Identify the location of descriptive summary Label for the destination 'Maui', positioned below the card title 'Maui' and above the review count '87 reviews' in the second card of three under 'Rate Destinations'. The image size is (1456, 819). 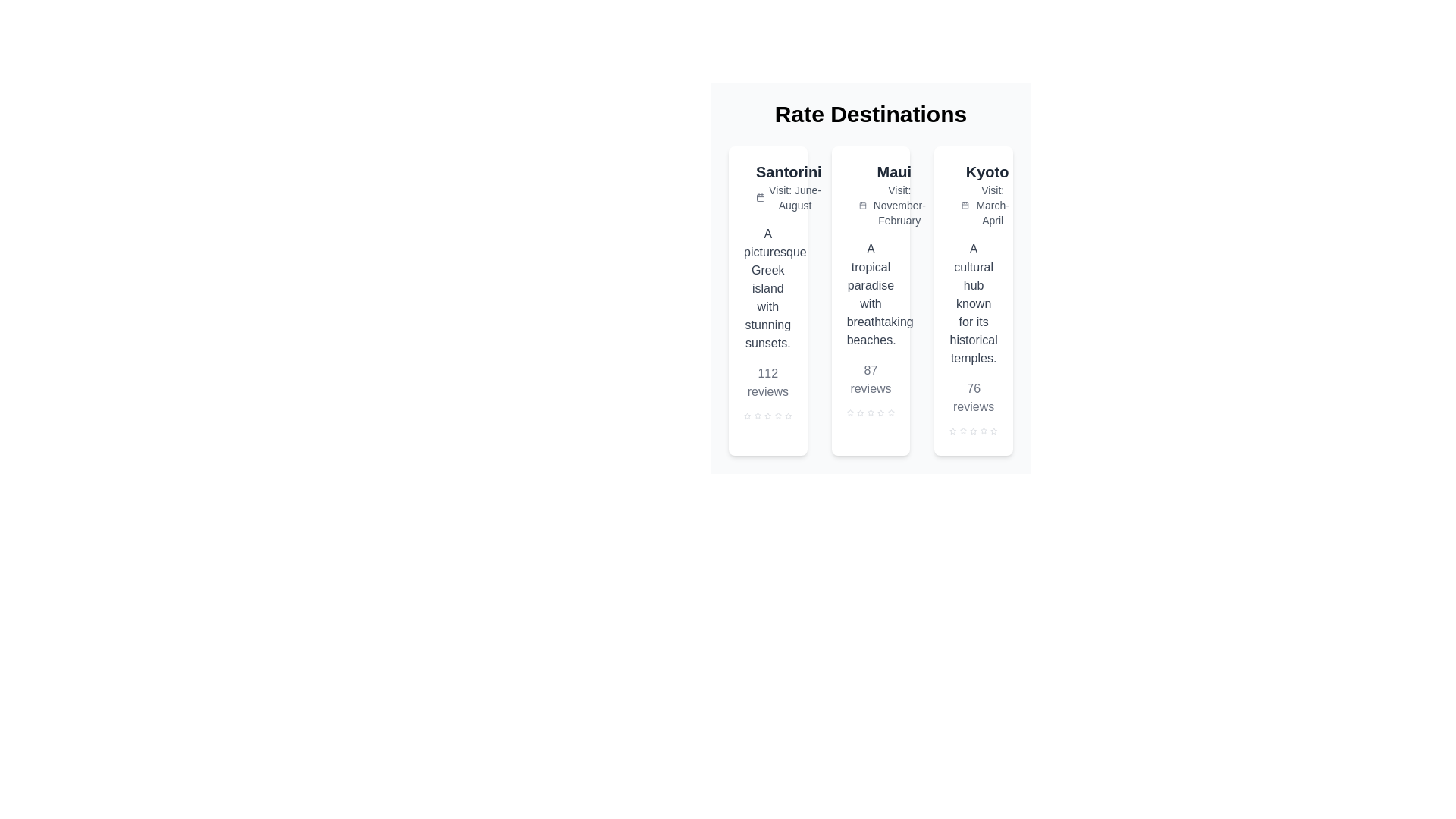
(871, 295).